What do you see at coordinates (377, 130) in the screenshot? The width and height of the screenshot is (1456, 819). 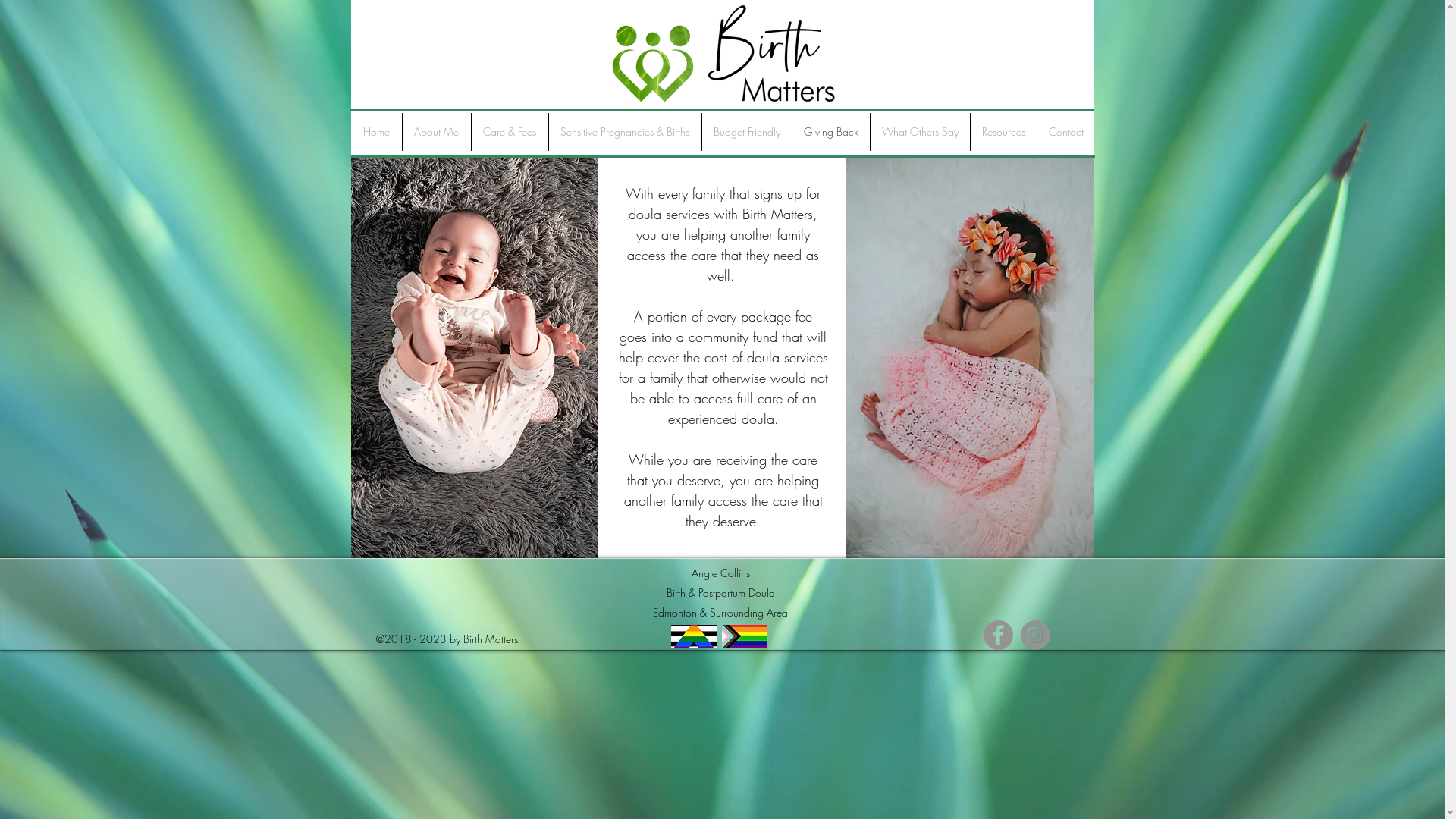 I see `'Home'` at bounding box center [377, 130].